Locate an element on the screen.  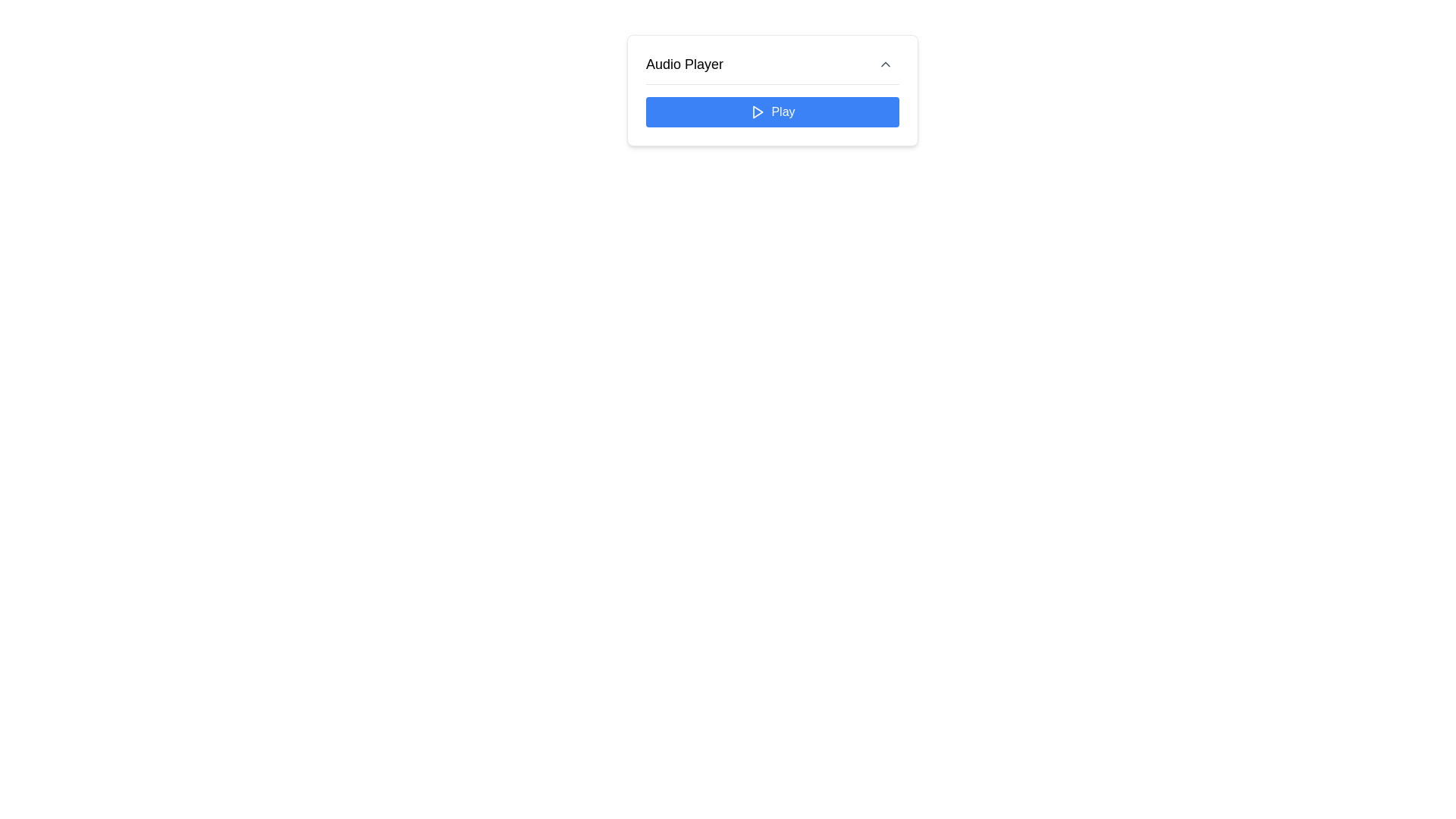
the 'Play' icon located in the 'Play' button of the audio player to initiate audio playback is located at coordinates (758, 111).